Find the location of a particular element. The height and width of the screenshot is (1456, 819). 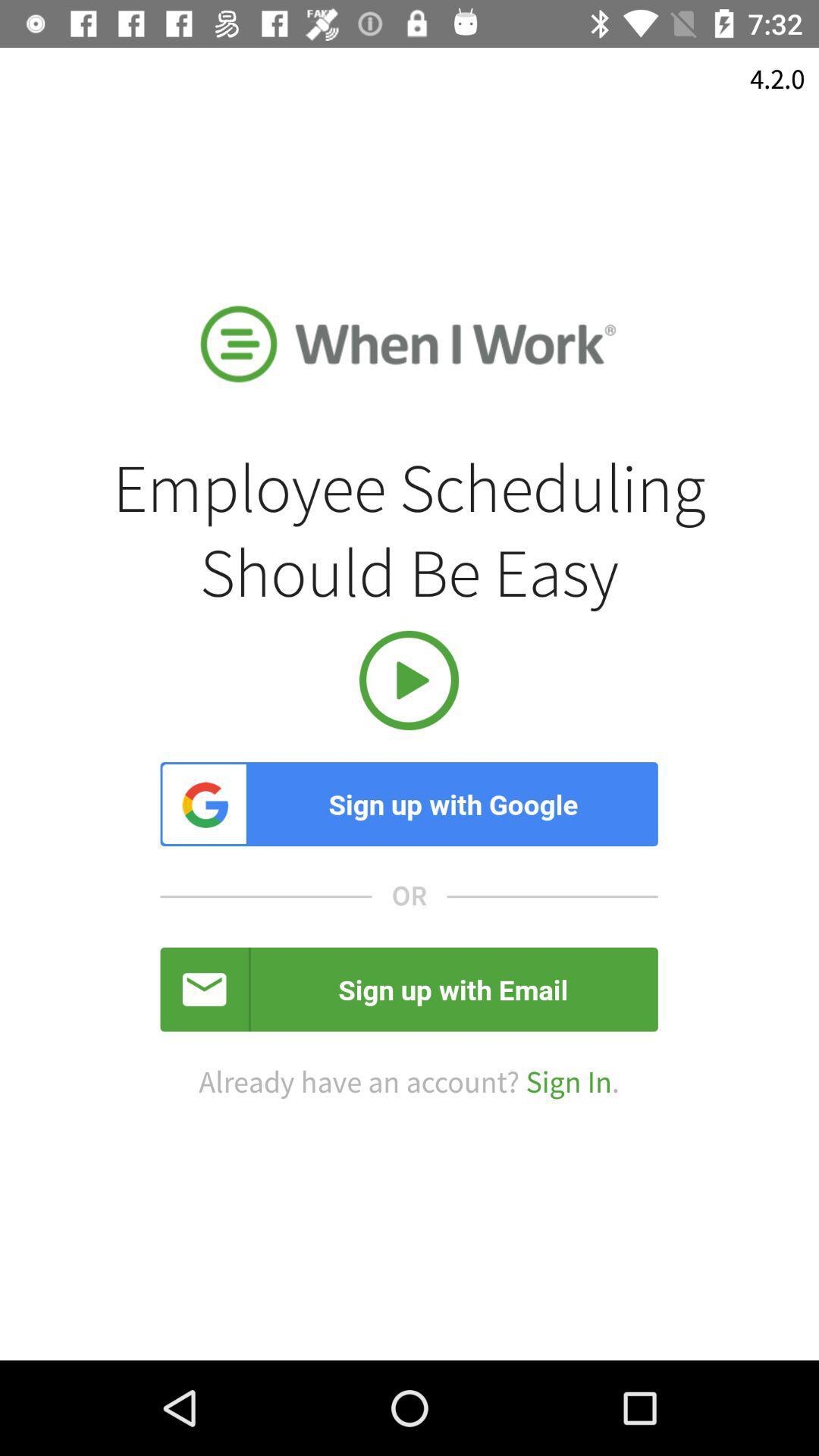

4.2.0 item is located at coordinates (777, 79).